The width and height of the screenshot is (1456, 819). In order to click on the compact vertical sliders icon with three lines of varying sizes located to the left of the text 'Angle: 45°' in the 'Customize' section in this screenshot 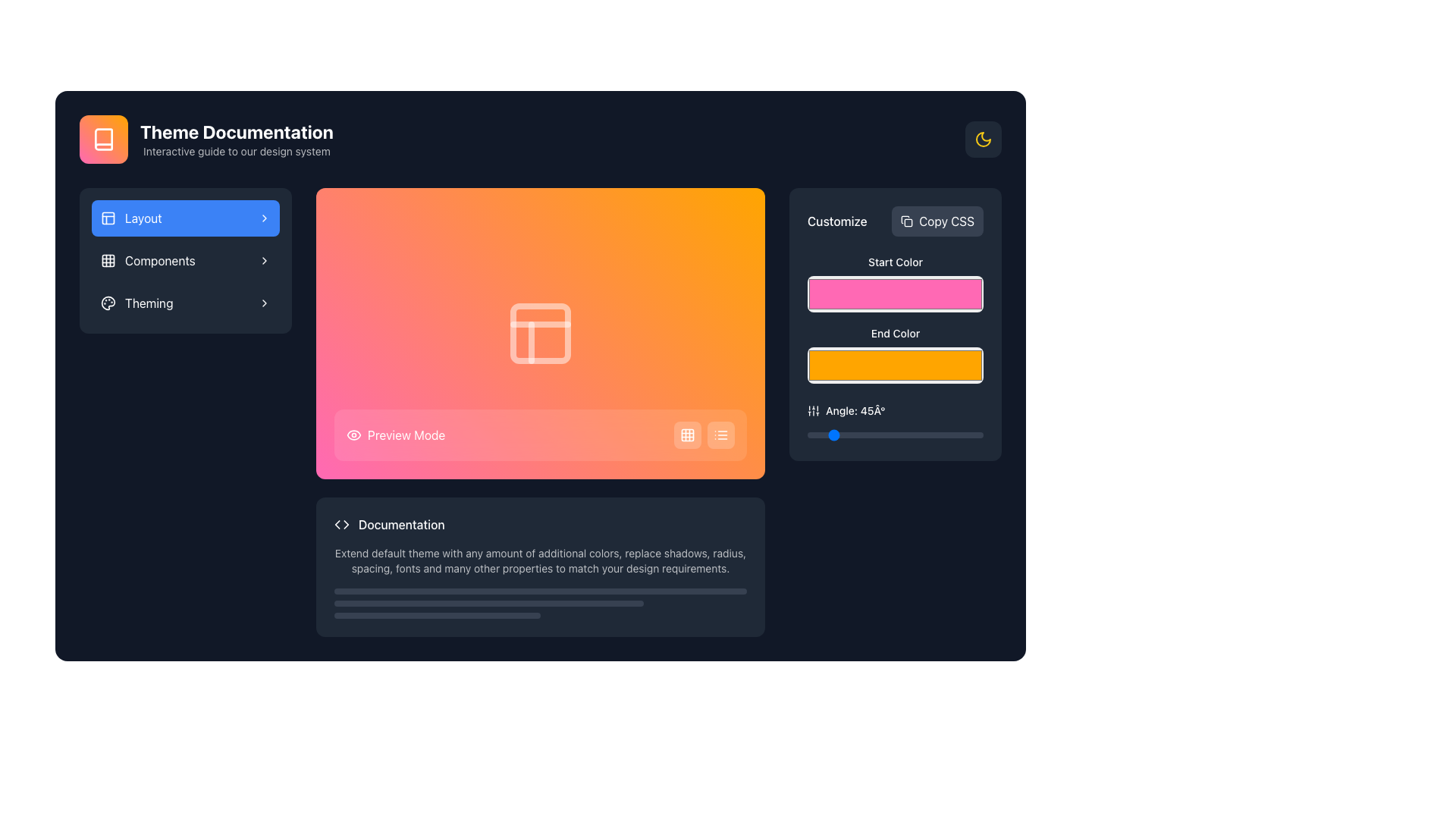, I will do `click(813, 411)`.